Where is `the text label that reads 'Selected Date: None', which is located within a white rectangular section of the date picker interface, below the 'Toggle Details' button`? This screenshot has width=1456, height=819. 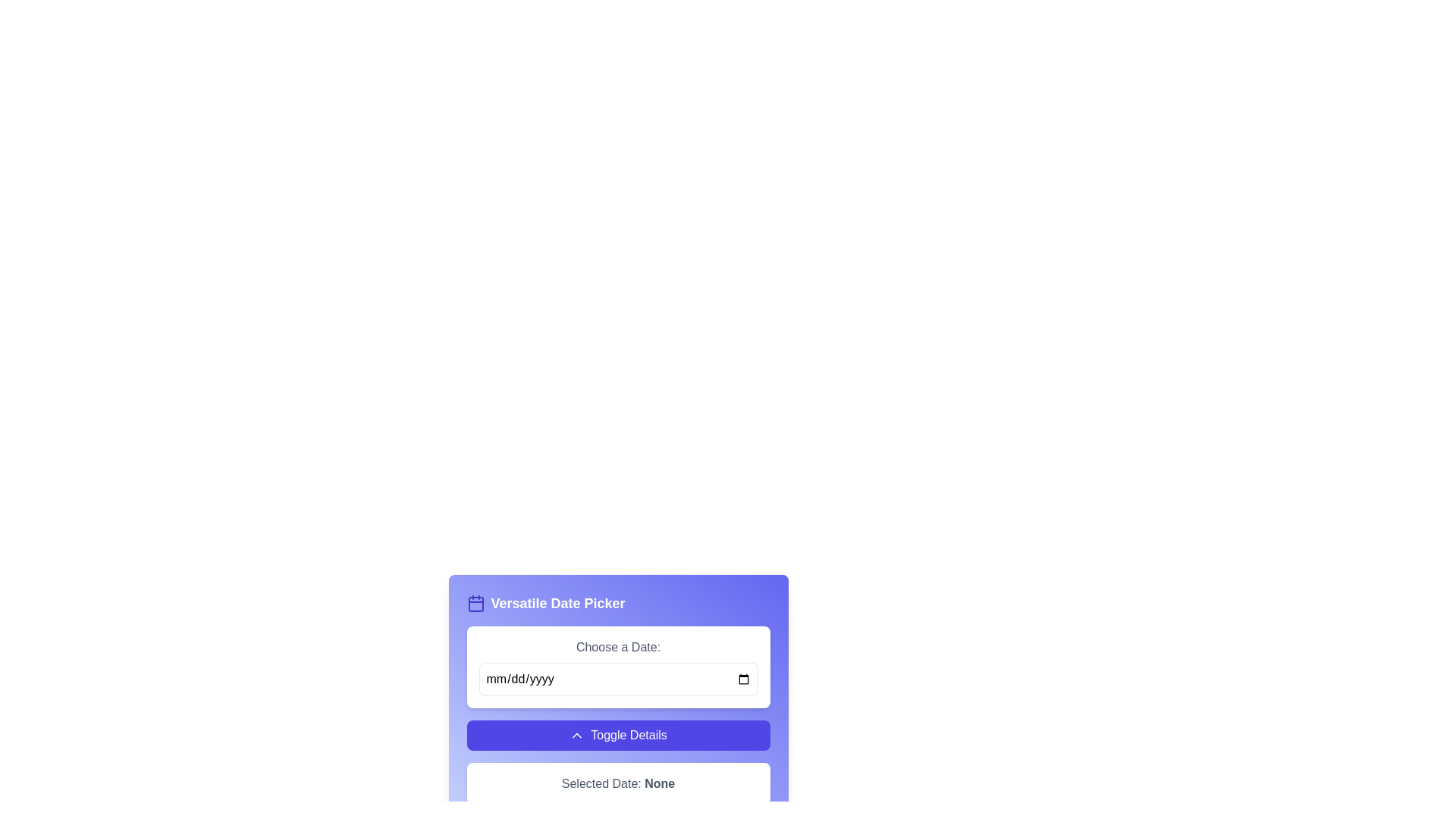
the text label that reads 'Selected Date: None', which is located within a white rectangular section of the date picker interface, below the 'Toggle Details' button is located at coordinates (618, 783).